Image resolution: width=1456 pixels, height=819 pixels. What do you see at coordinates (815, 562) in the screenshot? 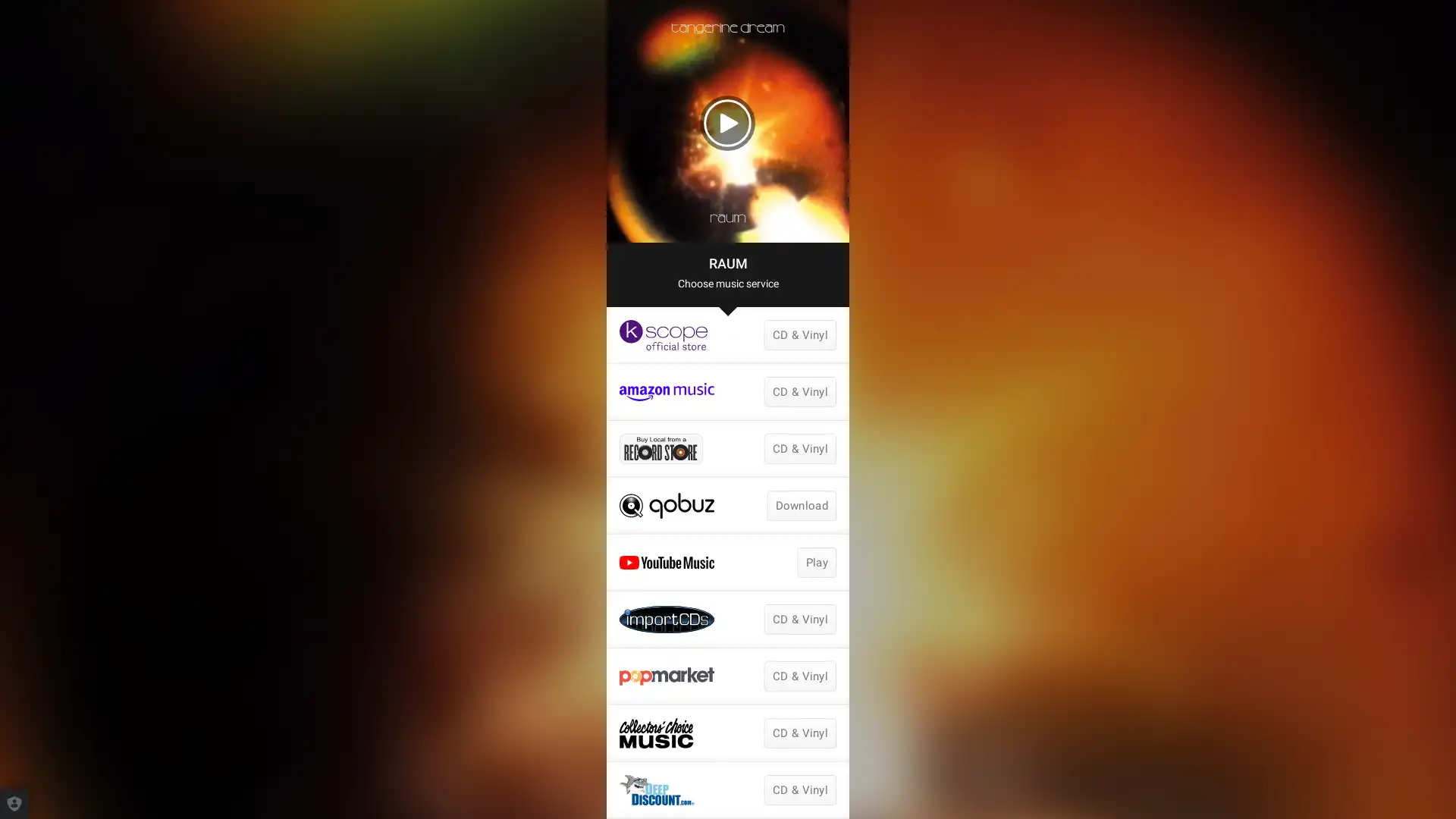
I see `Play` at bounding box center [815, 562].